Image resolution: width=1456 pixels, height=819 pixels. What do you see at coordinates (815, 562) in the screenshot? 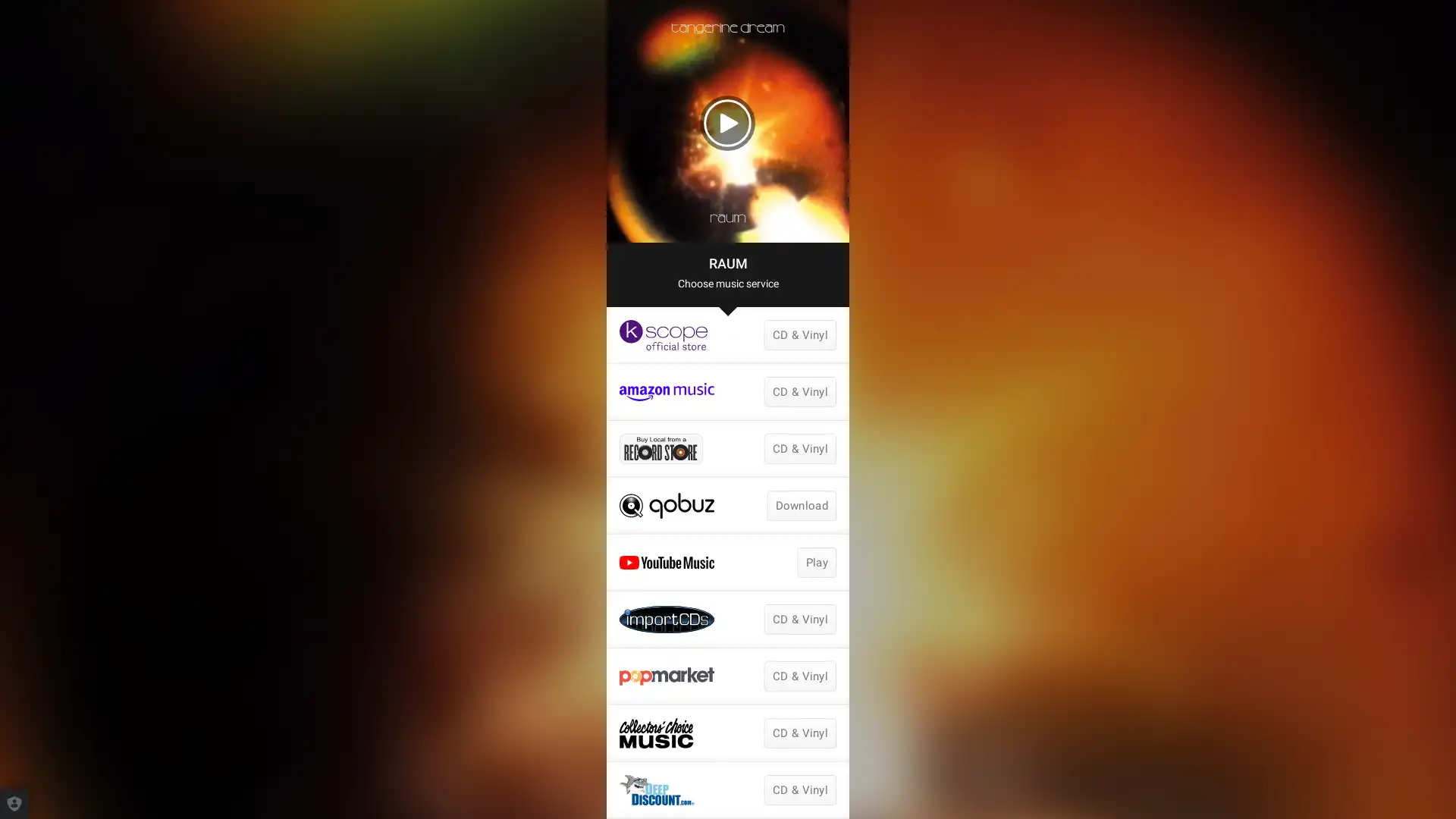
I see `Play` at bounding box center [815, 562].